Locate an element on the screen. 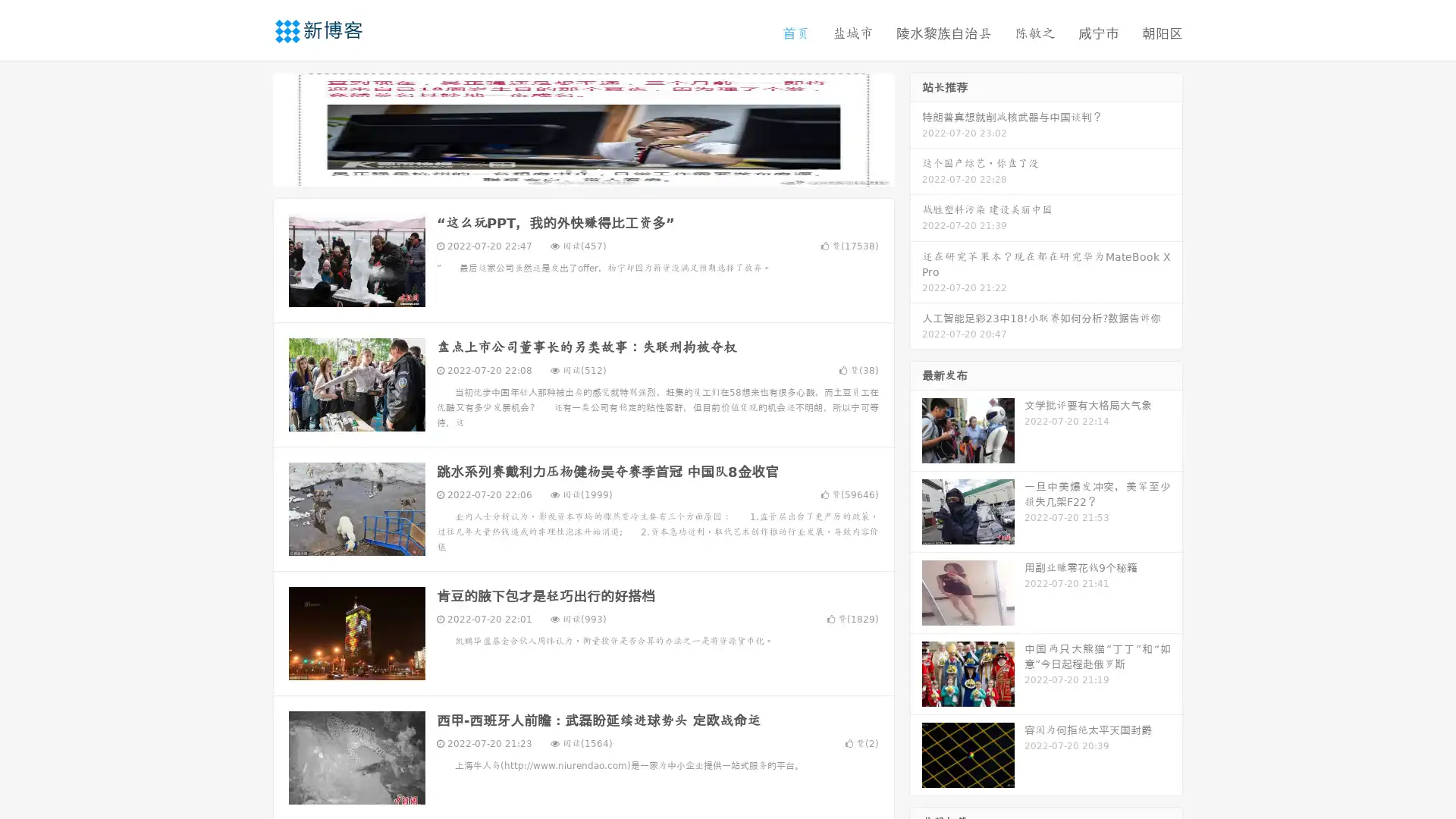 The image size is (1456, 819). Next slide is located at coordinates (916, 127).